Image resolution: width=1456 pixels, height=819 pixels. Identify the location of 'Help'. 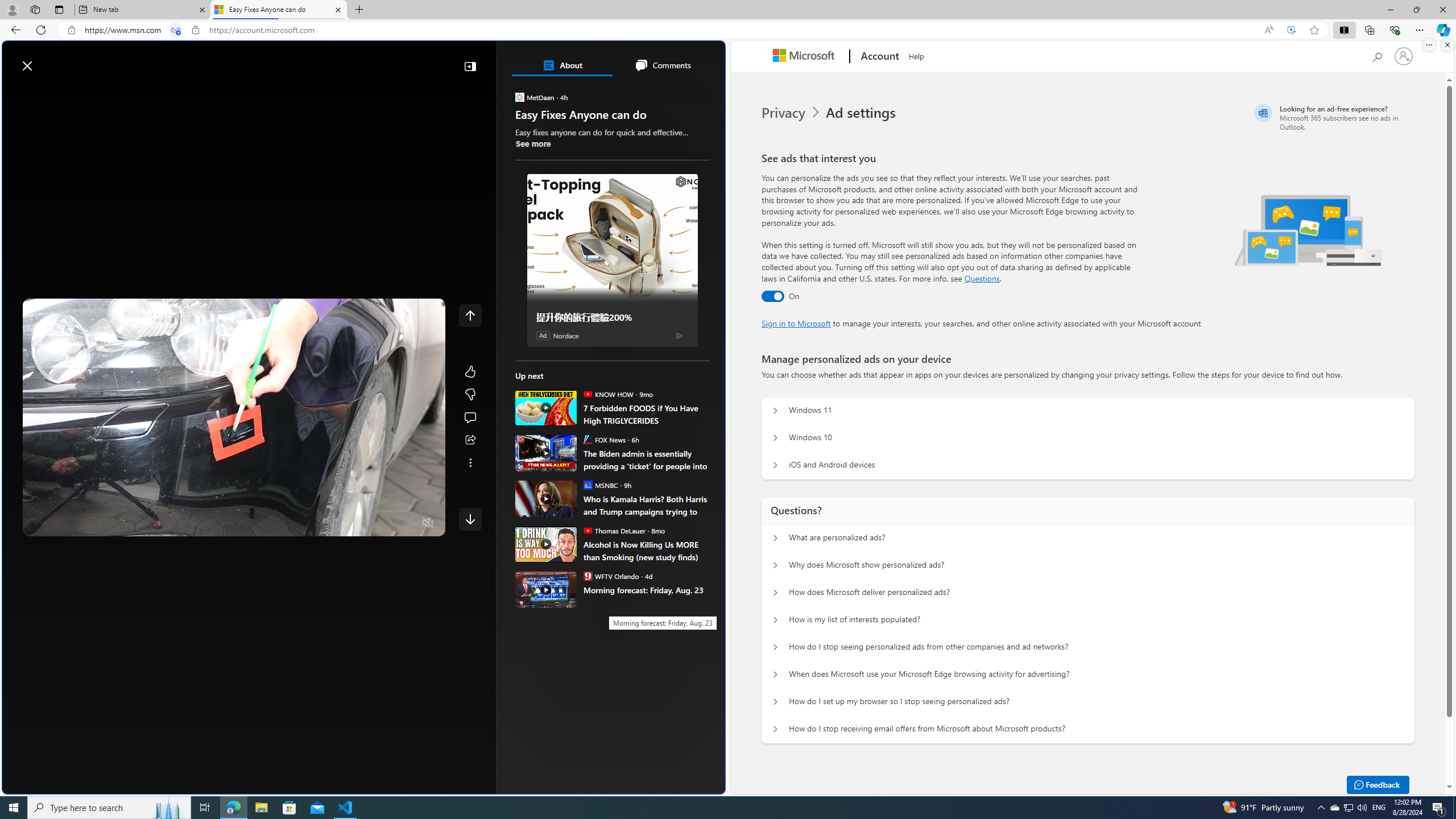
(916, 55).